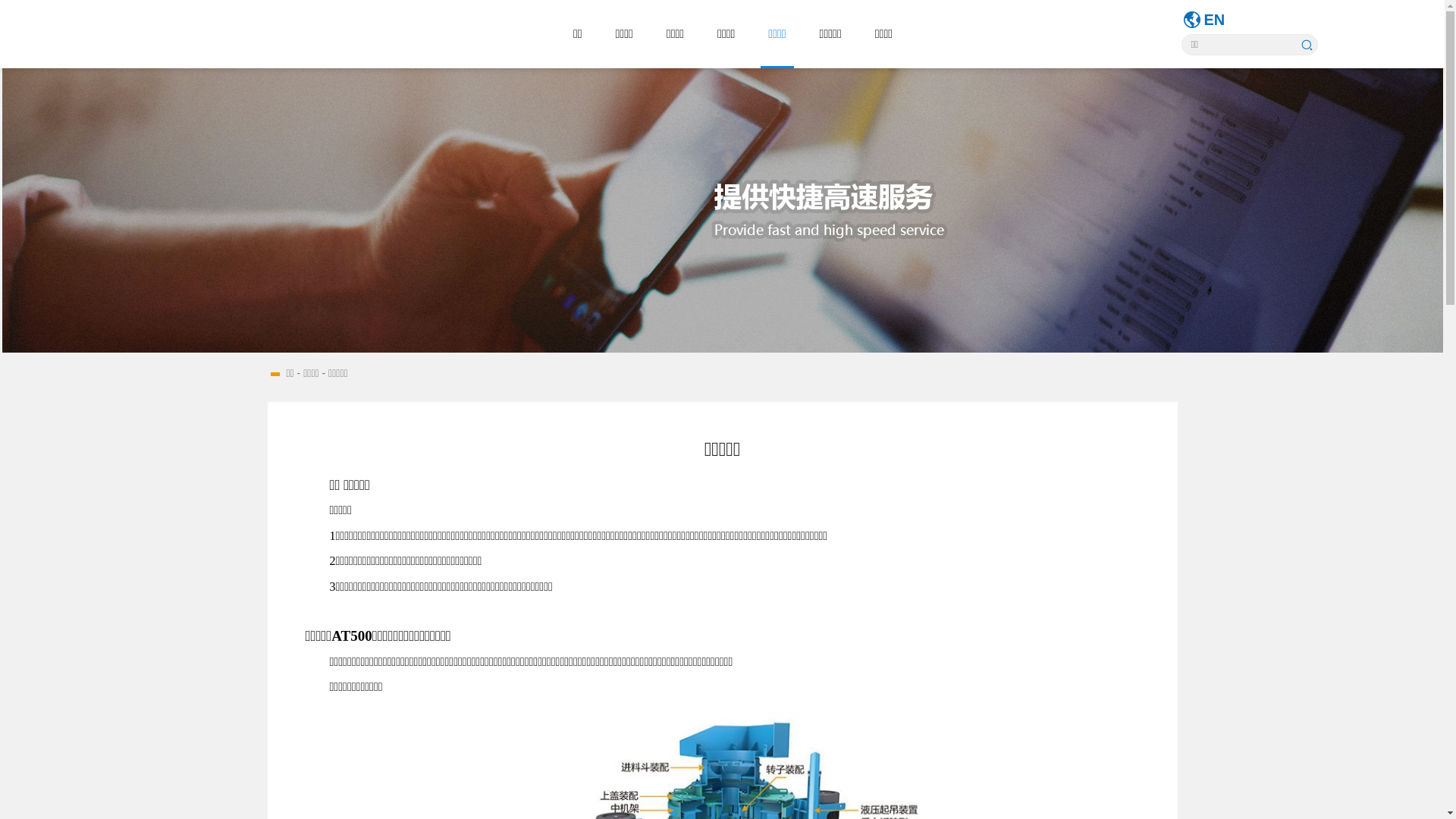 The image size is (1456, 819). What do you see at coordinates (1215, 20) in the screenshot?
I see `'EN'` at bounding box center [1215, 20].